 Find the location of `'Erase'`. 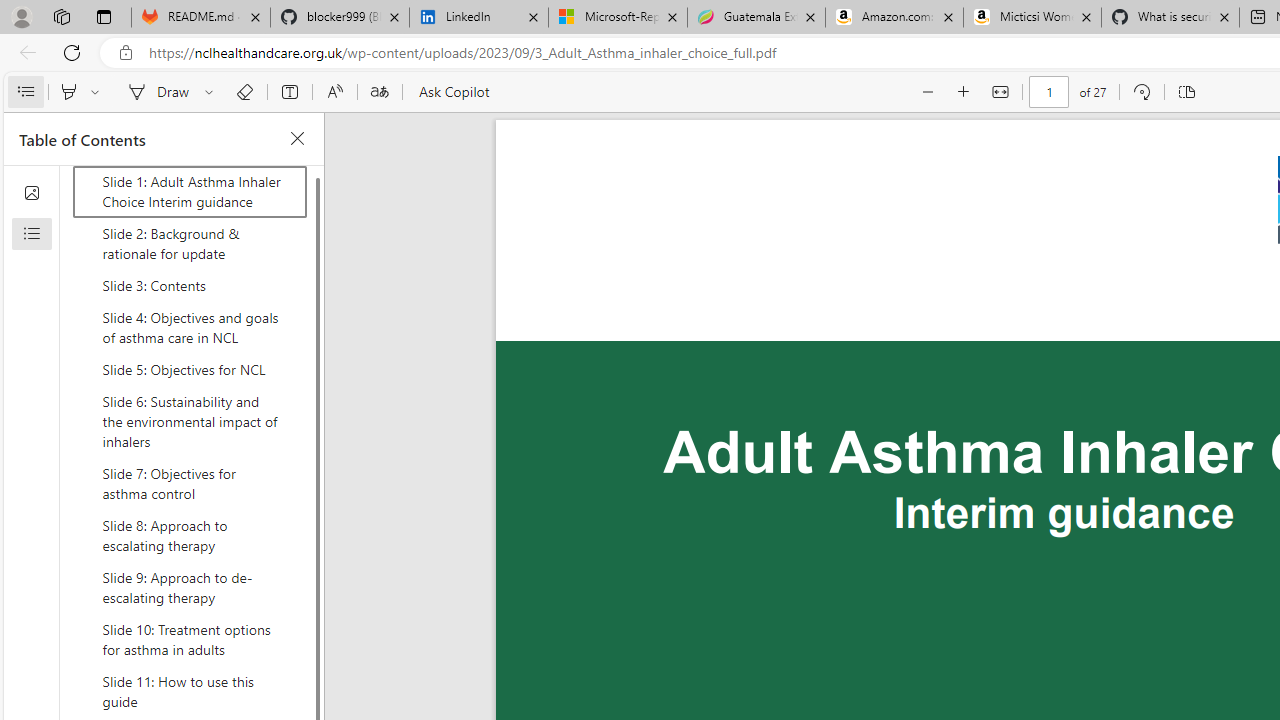

'Erase' is located at coordinates (243, 92).